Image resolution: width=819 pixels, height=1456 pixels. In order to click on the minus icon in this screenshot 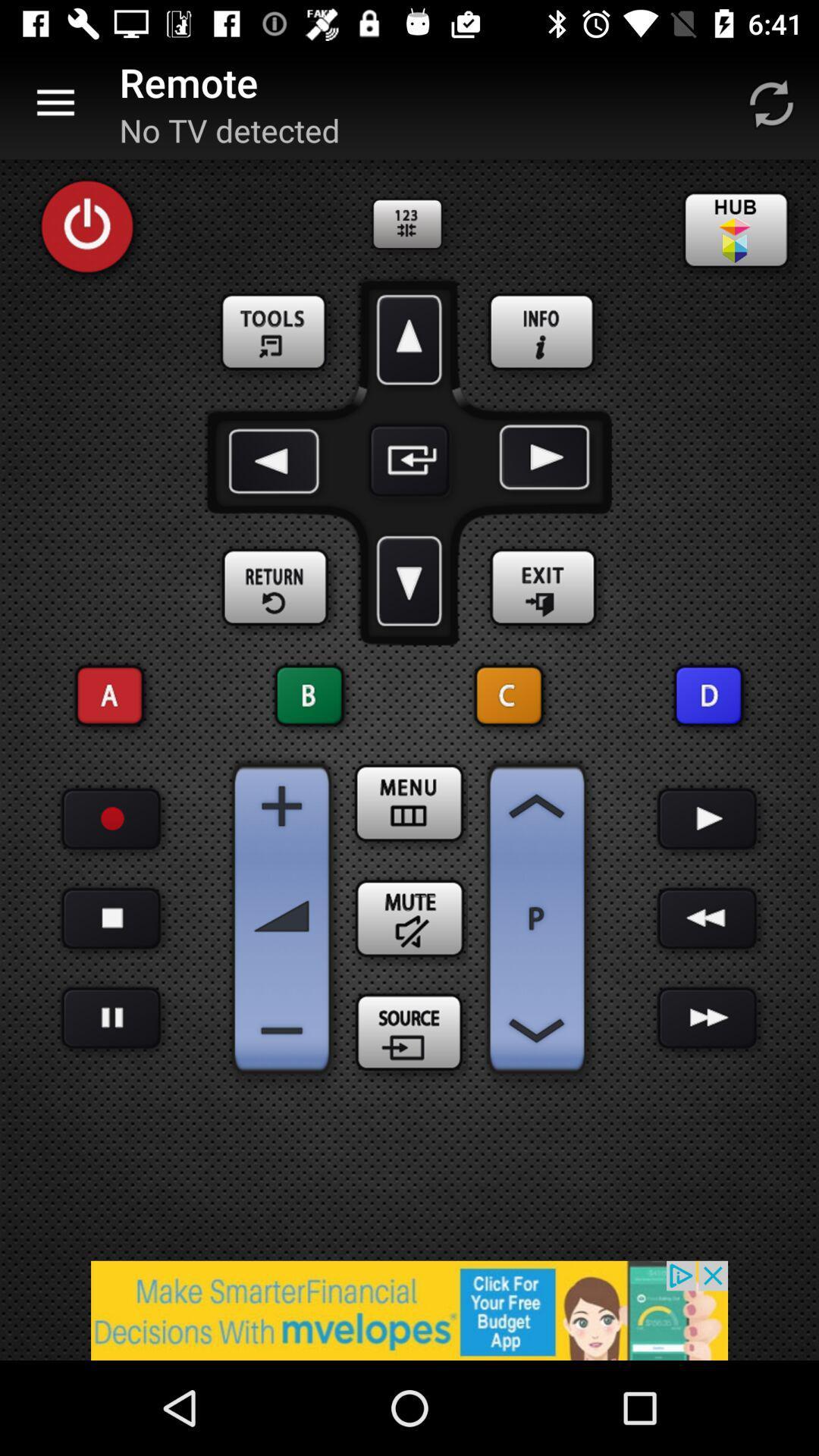, I will do `click(281, 1031)`.